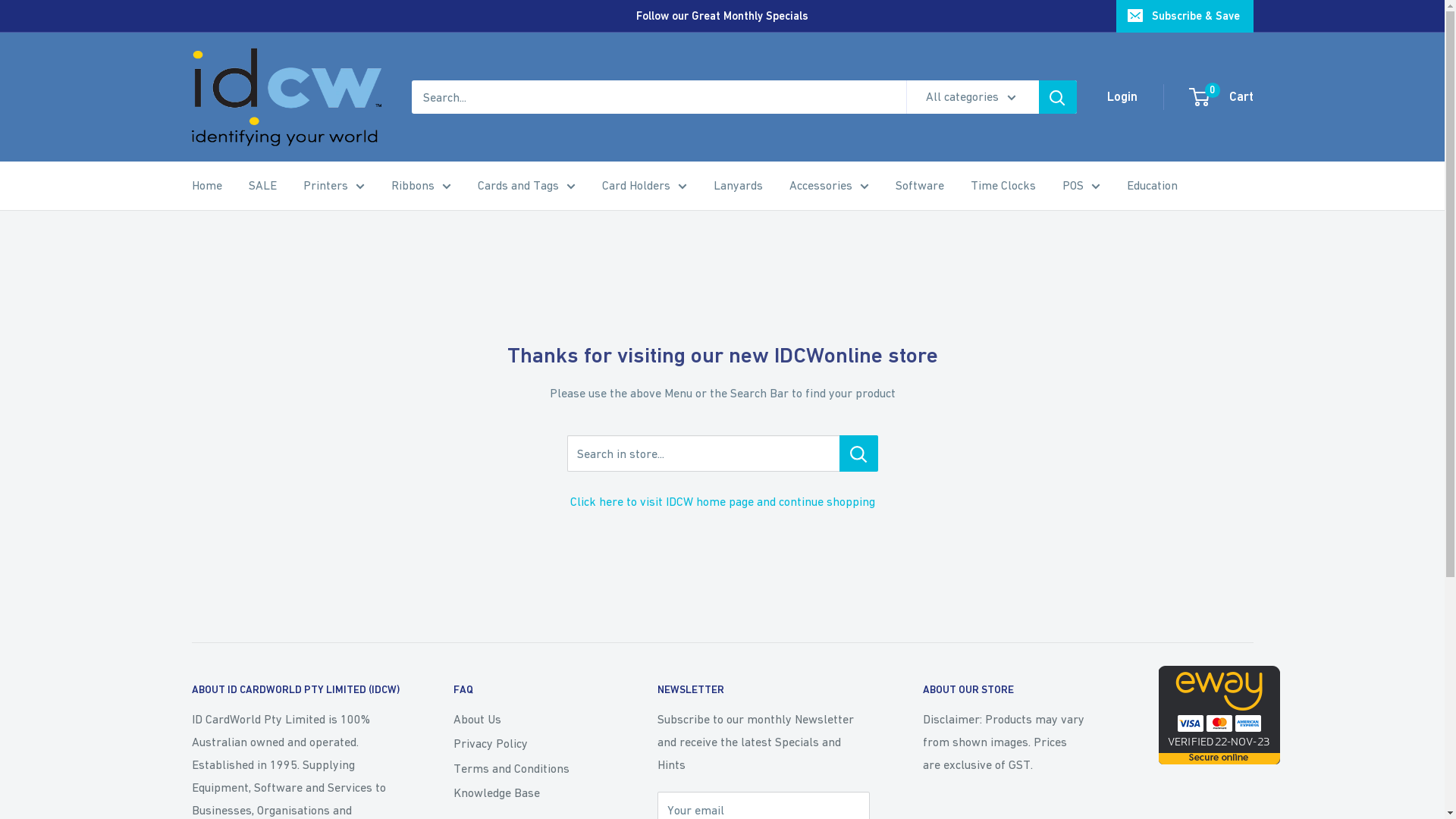 The image size is (1456, 819). Describe the element at coordinates (1222, 96) in the screenshot. I see `'0` at that location.